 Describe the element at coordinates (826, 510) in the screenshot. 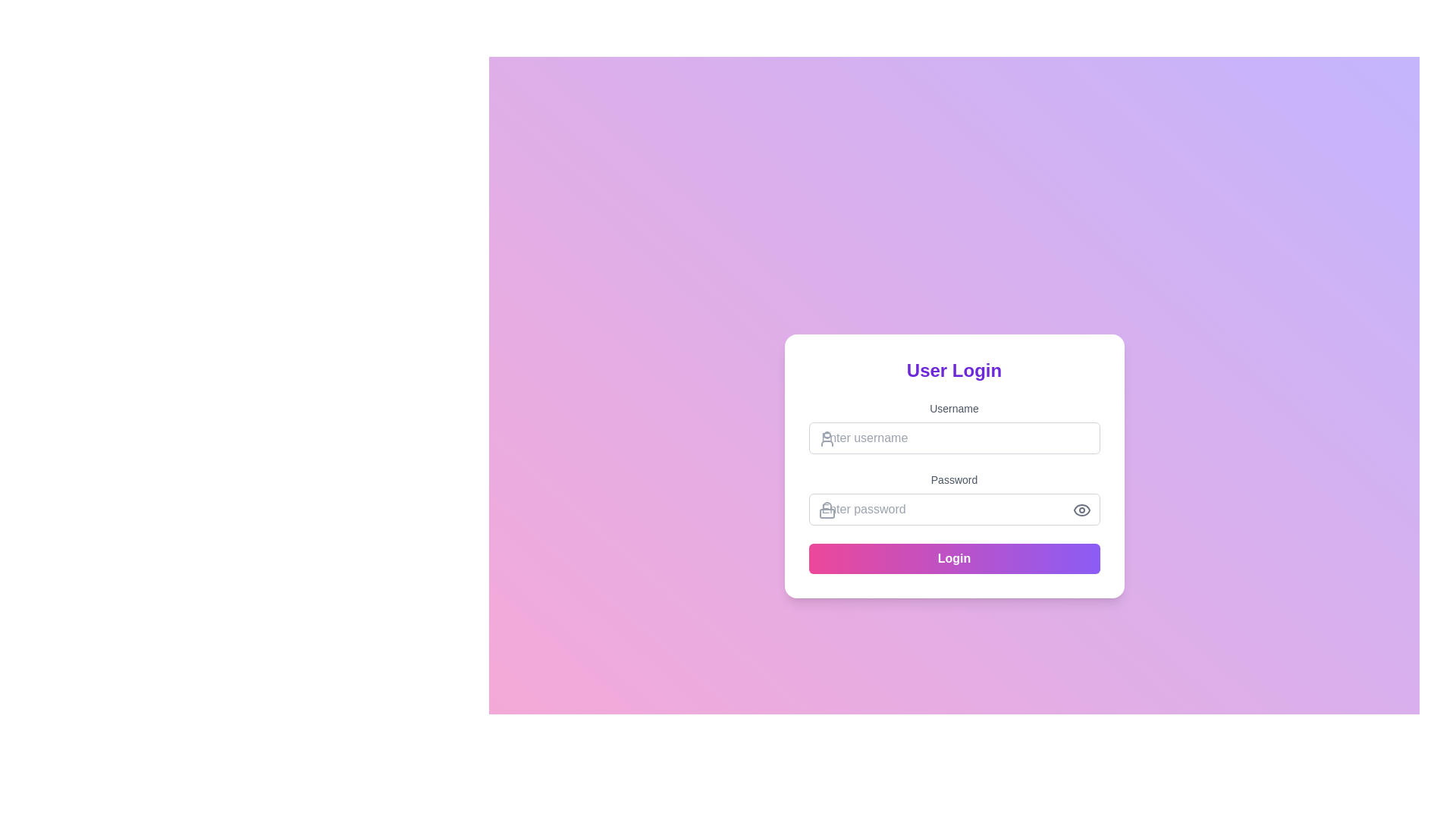

I see `the lock icon located inside the password input field, which serves as a visual indicator for the field's purpose` at that location.